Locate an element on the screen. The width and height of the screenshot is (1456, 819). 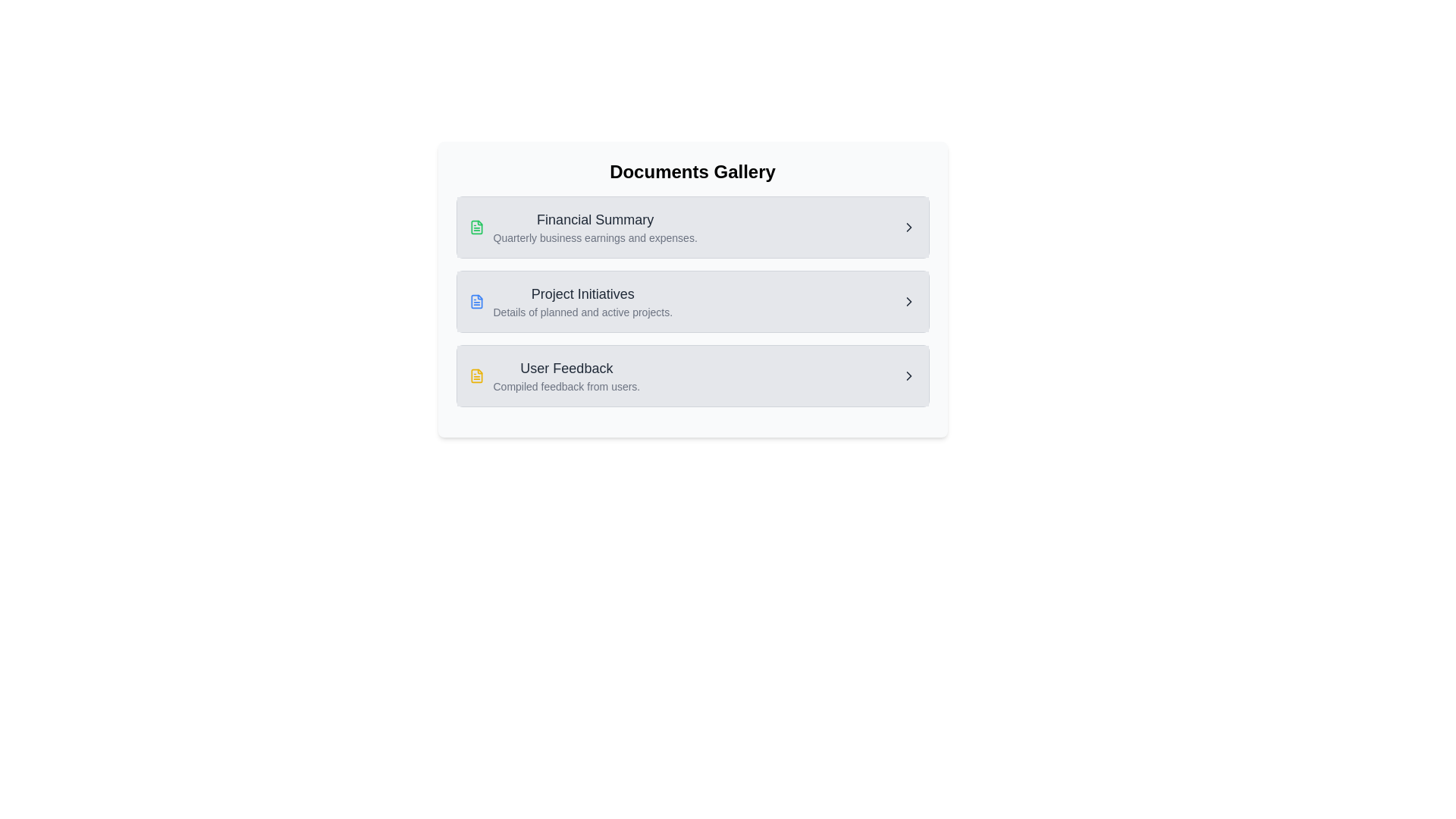
the 'Project Initiatives' section, which includes bold text and a document icon is located at coordinates (570, 301).